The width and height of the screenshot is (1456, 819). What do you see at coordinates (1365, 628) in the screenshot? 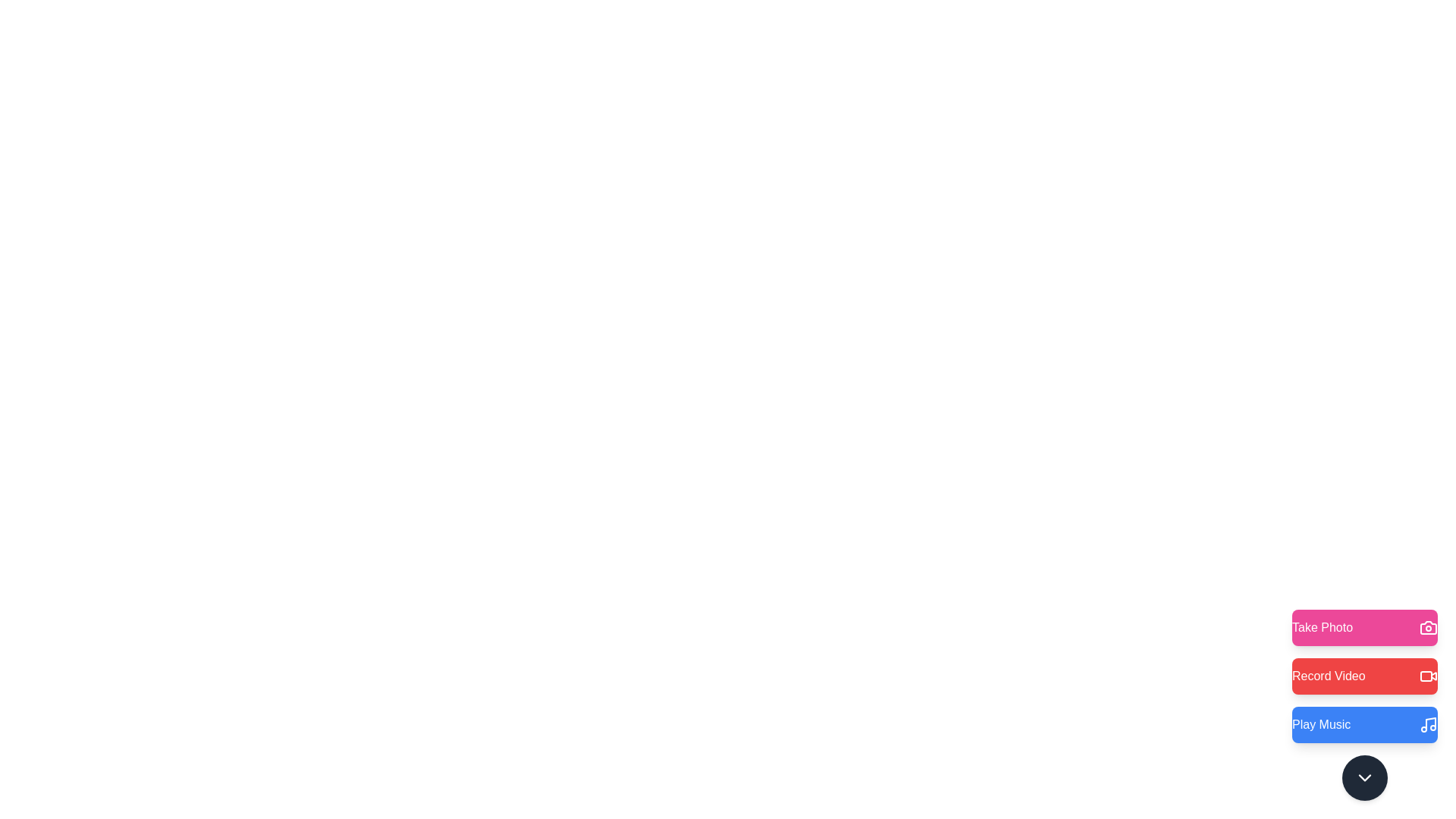
I see `the 'Take Photo' button` at bounding box center [1365, 628].